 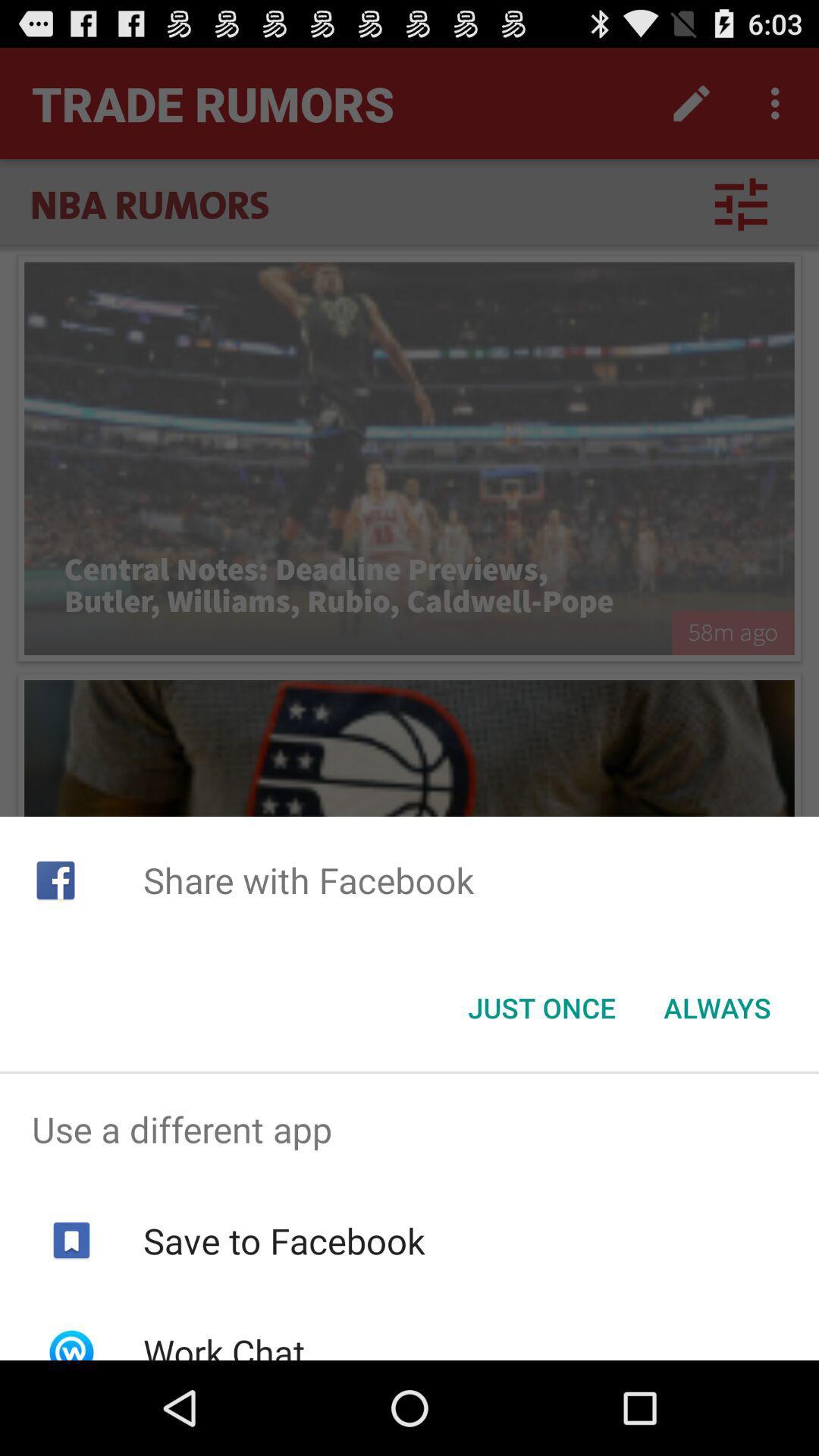 I want to click on the icon next to just once icon, so click(x=717, y=1008).